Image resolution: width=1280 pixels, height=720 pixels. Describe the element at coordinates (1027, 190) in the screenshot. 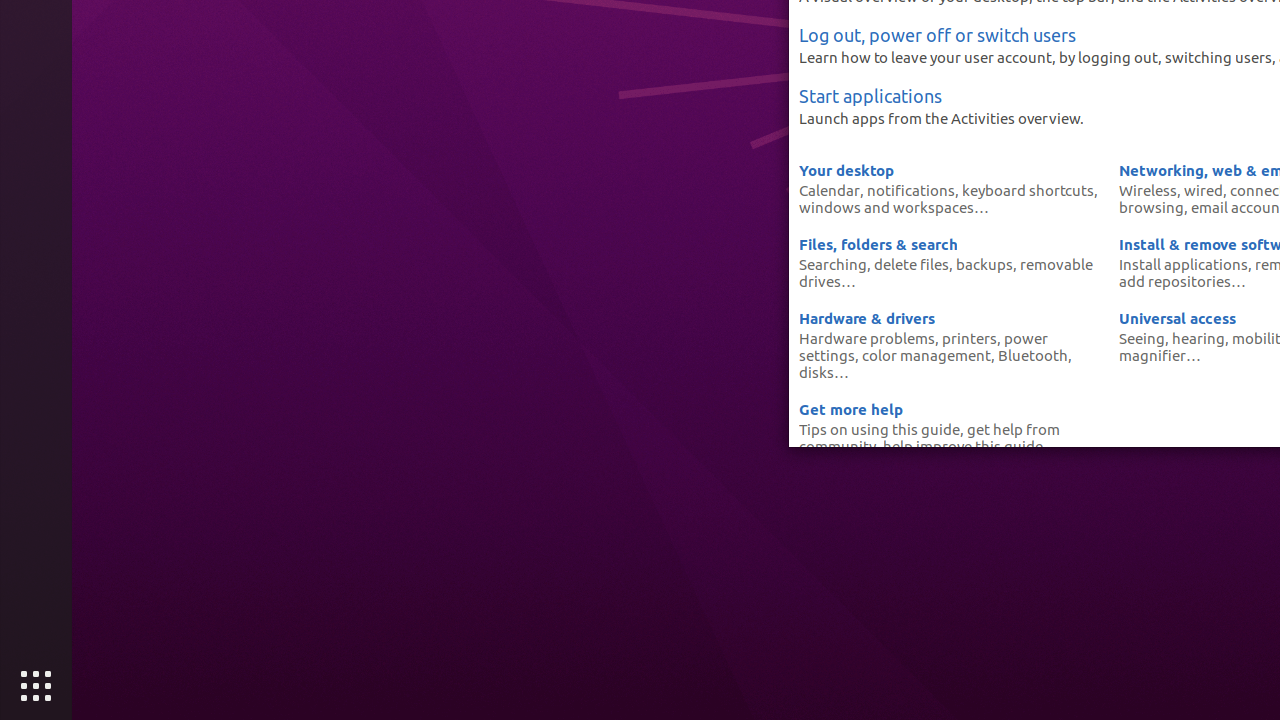

I see `'keyboard shortcuts'` at that location.